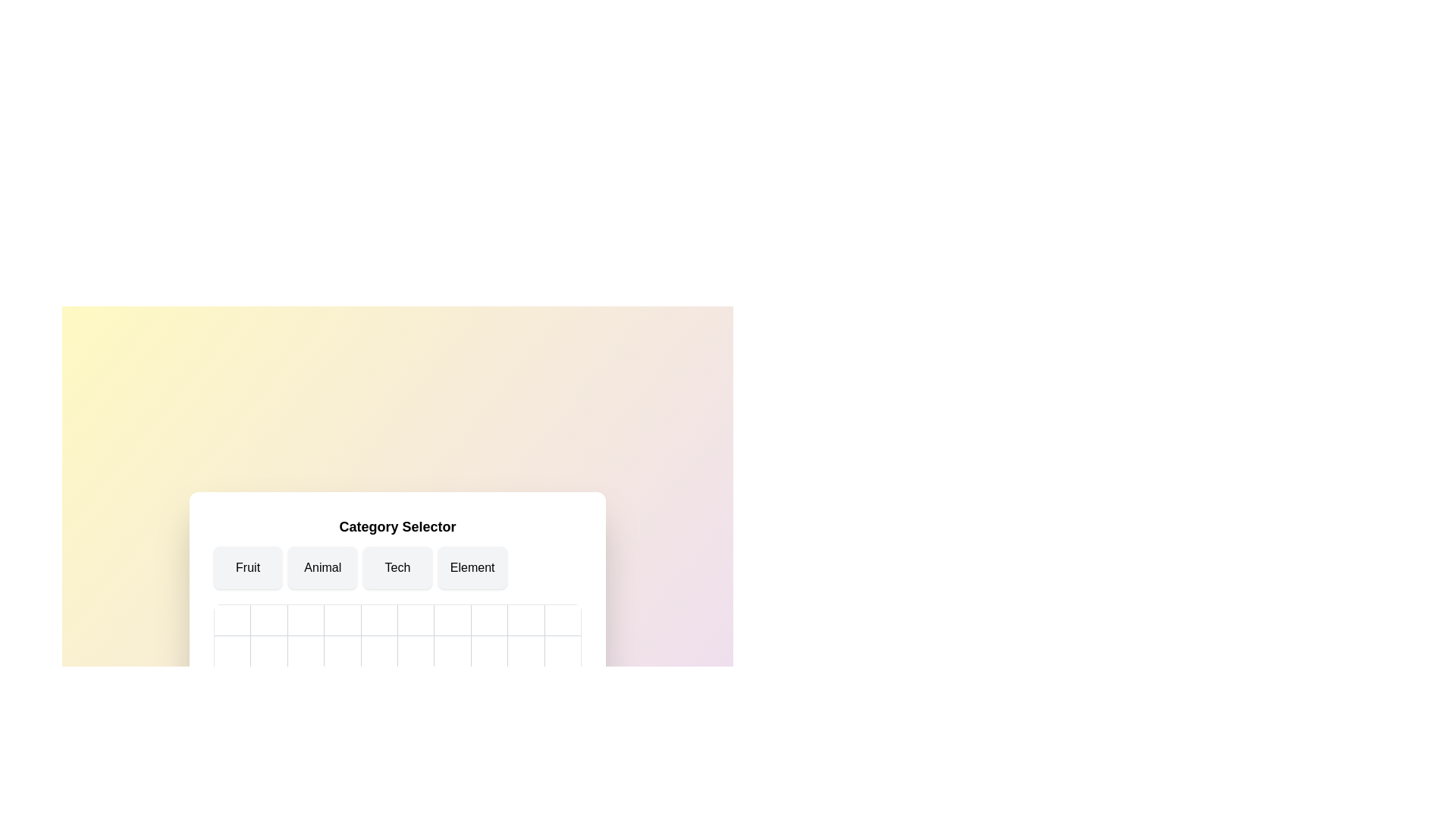  I want to click on the background area to dismiss focus, so click(75, 76).